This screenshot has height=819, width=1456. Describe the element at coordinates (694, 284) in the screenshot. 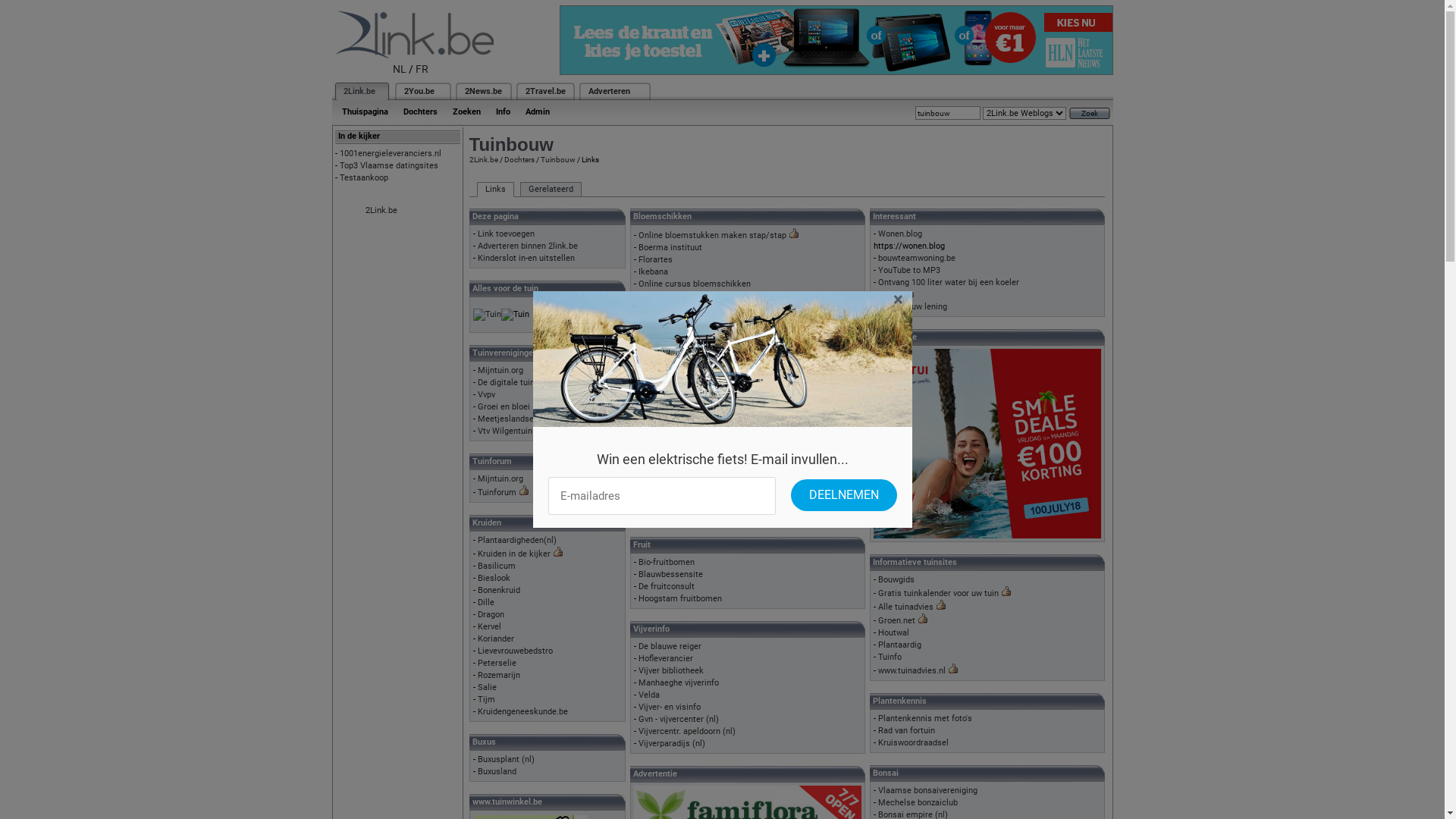

I see `'Online cursus bloemschikken'` at that location.